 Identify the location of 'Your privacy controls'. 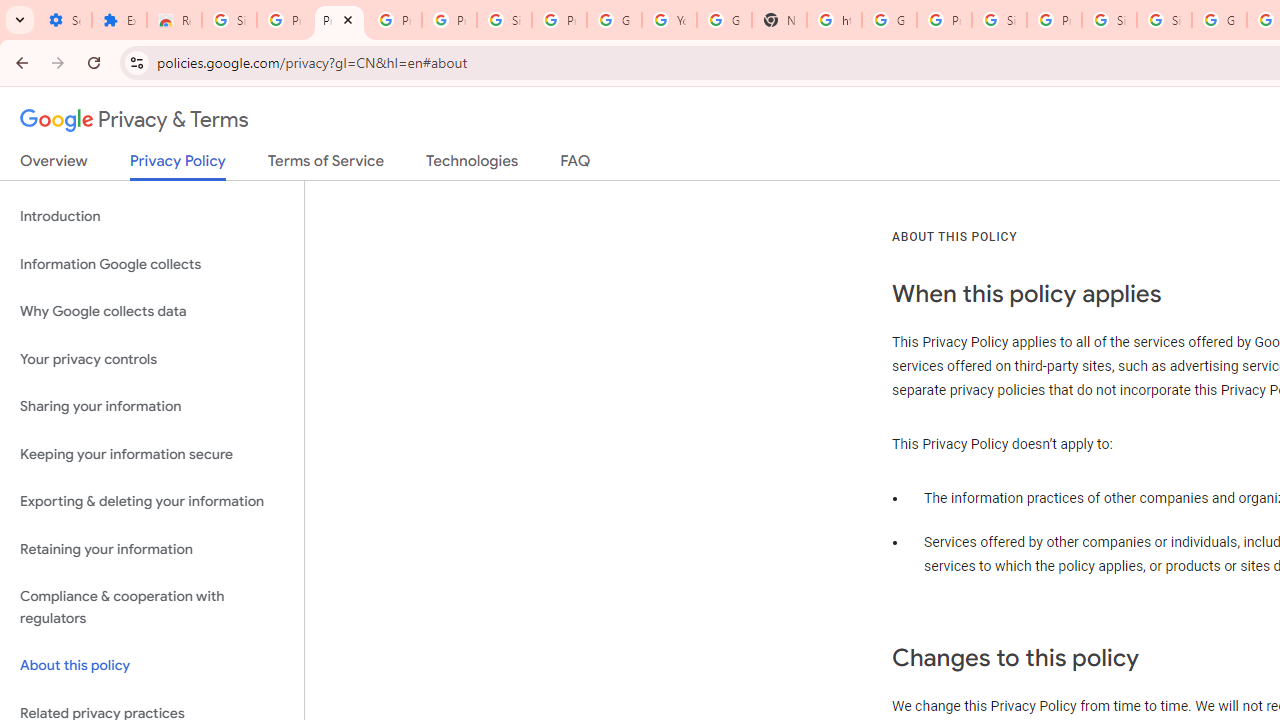
(151, 358).